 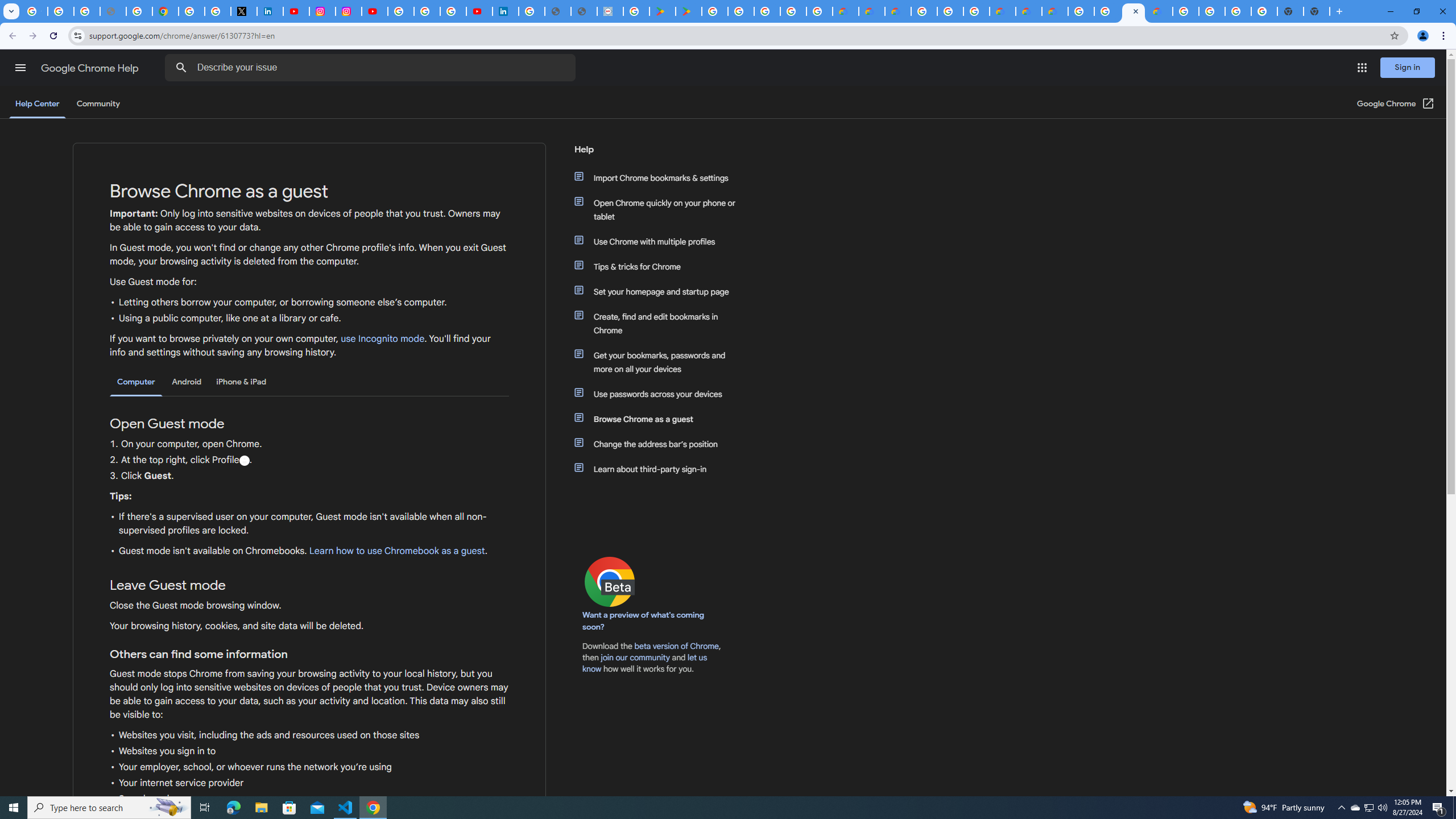 I want to click on 'Google Chrome (Open in a new window)', so click(x=1396, y=103).